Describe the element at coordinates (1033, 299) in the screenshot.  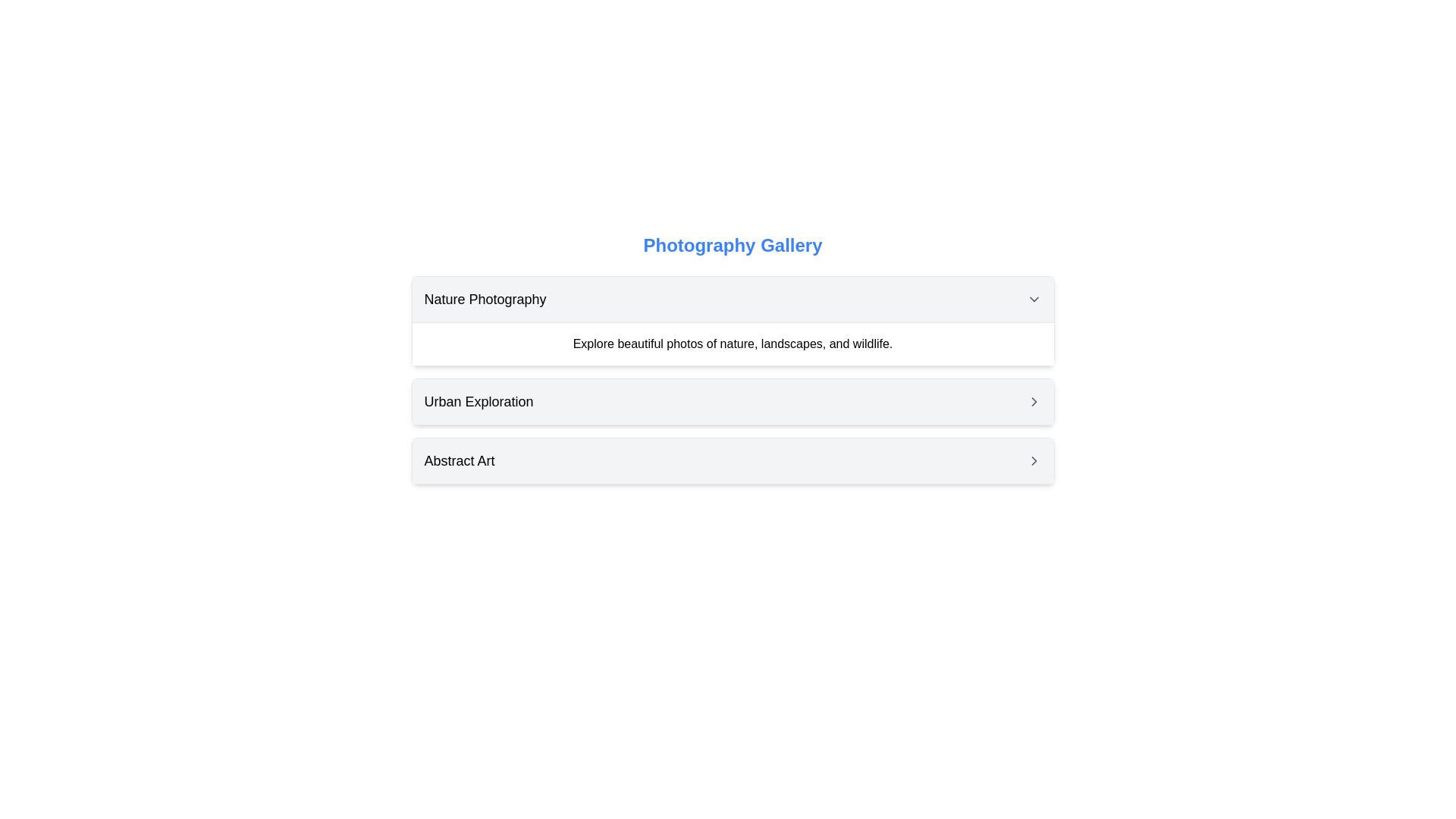
I see `the chevron icon at the far right end of the 'Nature Photography' entry in the 'Photography Gallery'` at that location.